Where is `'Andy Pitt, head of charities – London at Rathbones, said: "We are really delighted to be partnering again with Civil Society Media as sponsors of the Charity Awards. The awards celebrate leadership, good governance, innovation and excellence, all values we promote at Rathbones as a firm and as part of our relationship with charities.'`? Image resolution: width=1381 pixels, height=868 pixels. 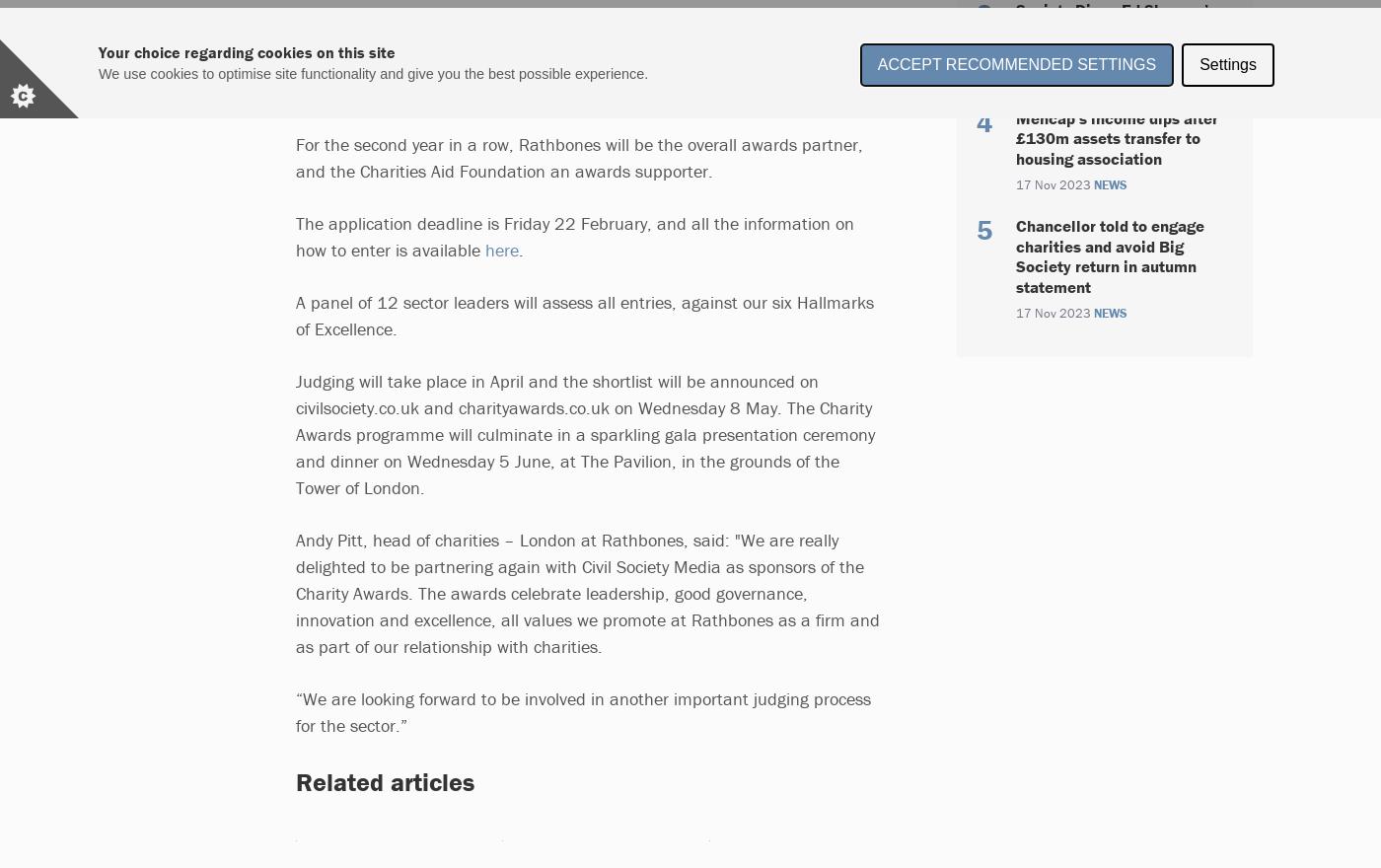
'Andy Pitt, head of charities – London at Rathbones, said: "We are really delighted to be partnering again with Civil Society Media as sponsors of the Charity Awards. The awards celebrate leadership, good governance, innovation and excellence, all values we promote at Rathbones as a firm and as part of our relationship with charities.' is located at coordinates (587, 592).